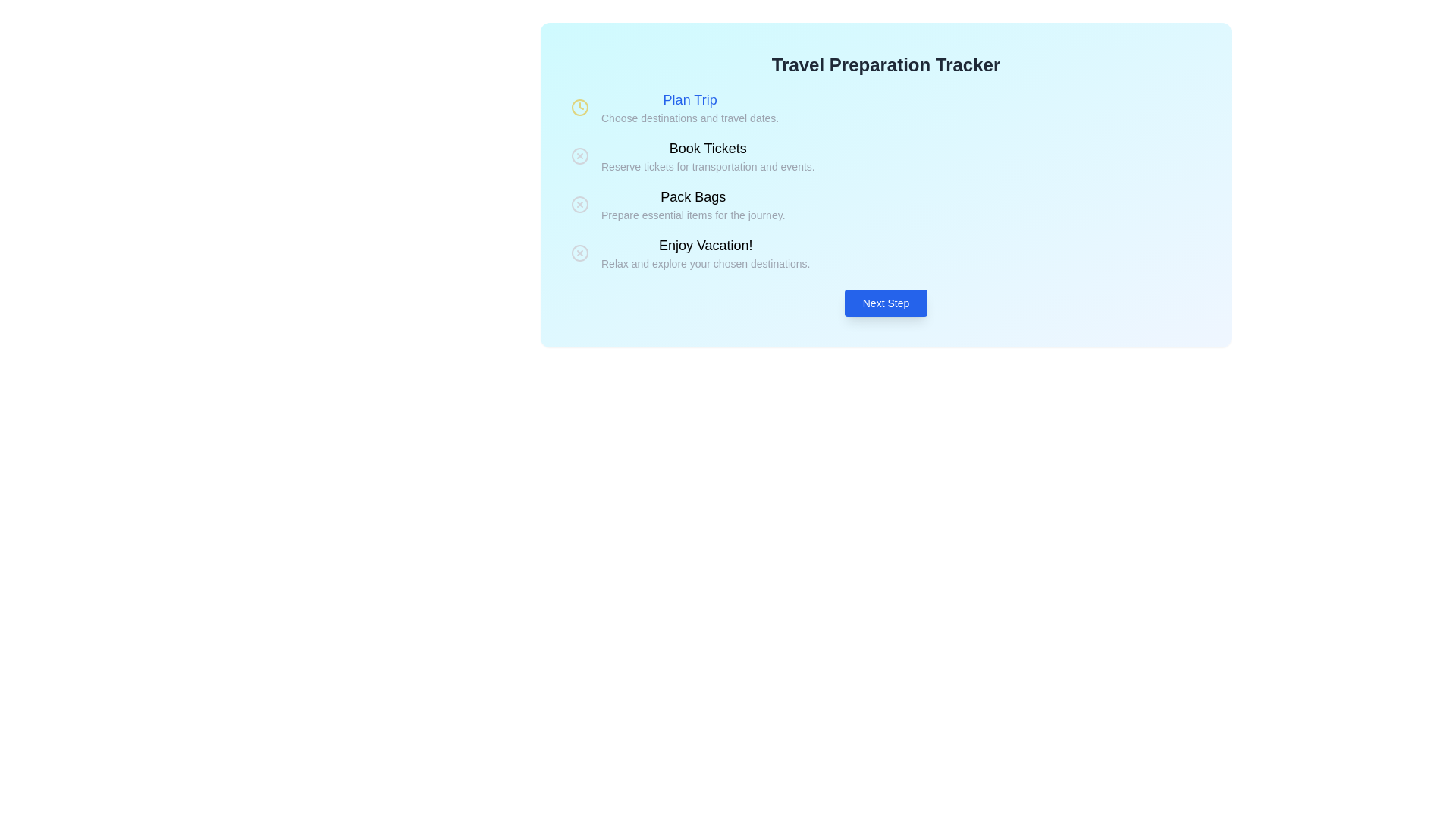 Image resolution: width=1456 pixels, height=819 pixels. What do you see at coordinates (579, 107) in the screenshot?
I see `the animation of the 'time' or 'schedule' icon located in the 'Plan Trip' section, which is the first visual item aligned to the left of the 'Plan Trip' text` at bounding box center [579, 107].